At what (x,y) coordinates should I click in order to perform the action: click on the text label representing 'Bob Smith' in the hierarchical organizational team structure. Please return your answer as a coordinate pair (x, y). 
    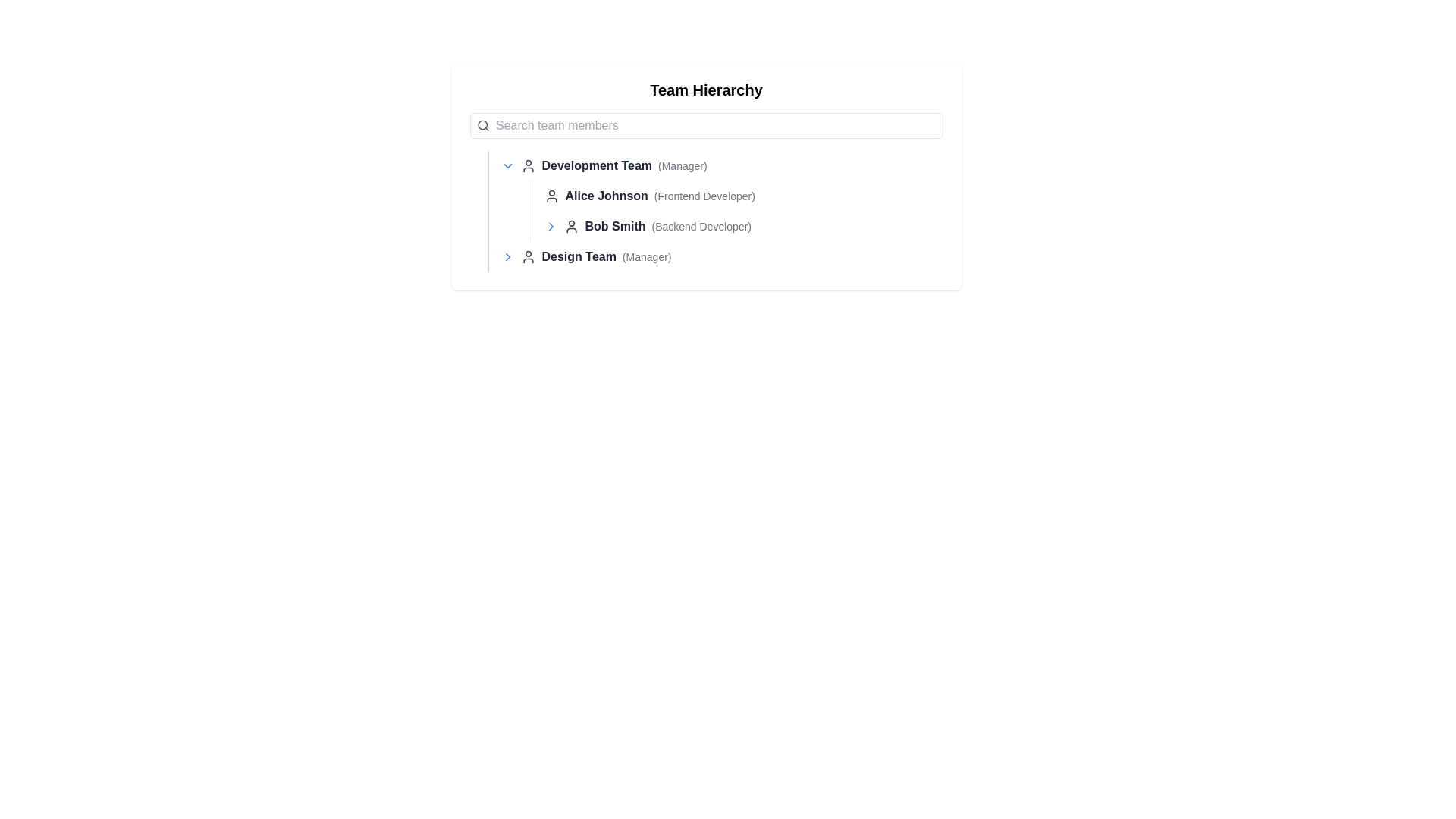
    Looking at the image, I should click on (743, 227).